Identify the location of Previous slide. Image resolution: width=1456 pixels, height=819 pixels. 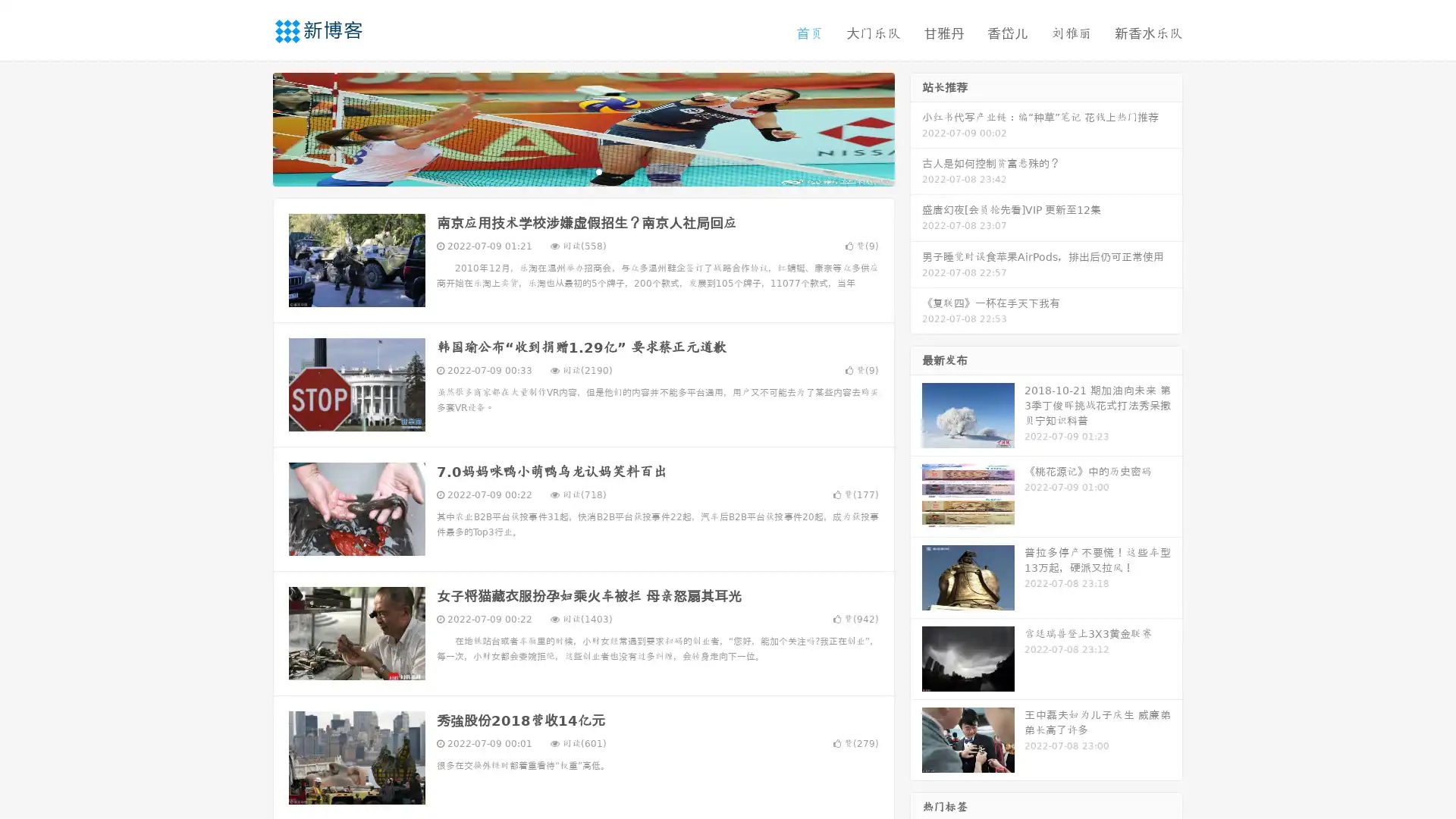
(250, 127).